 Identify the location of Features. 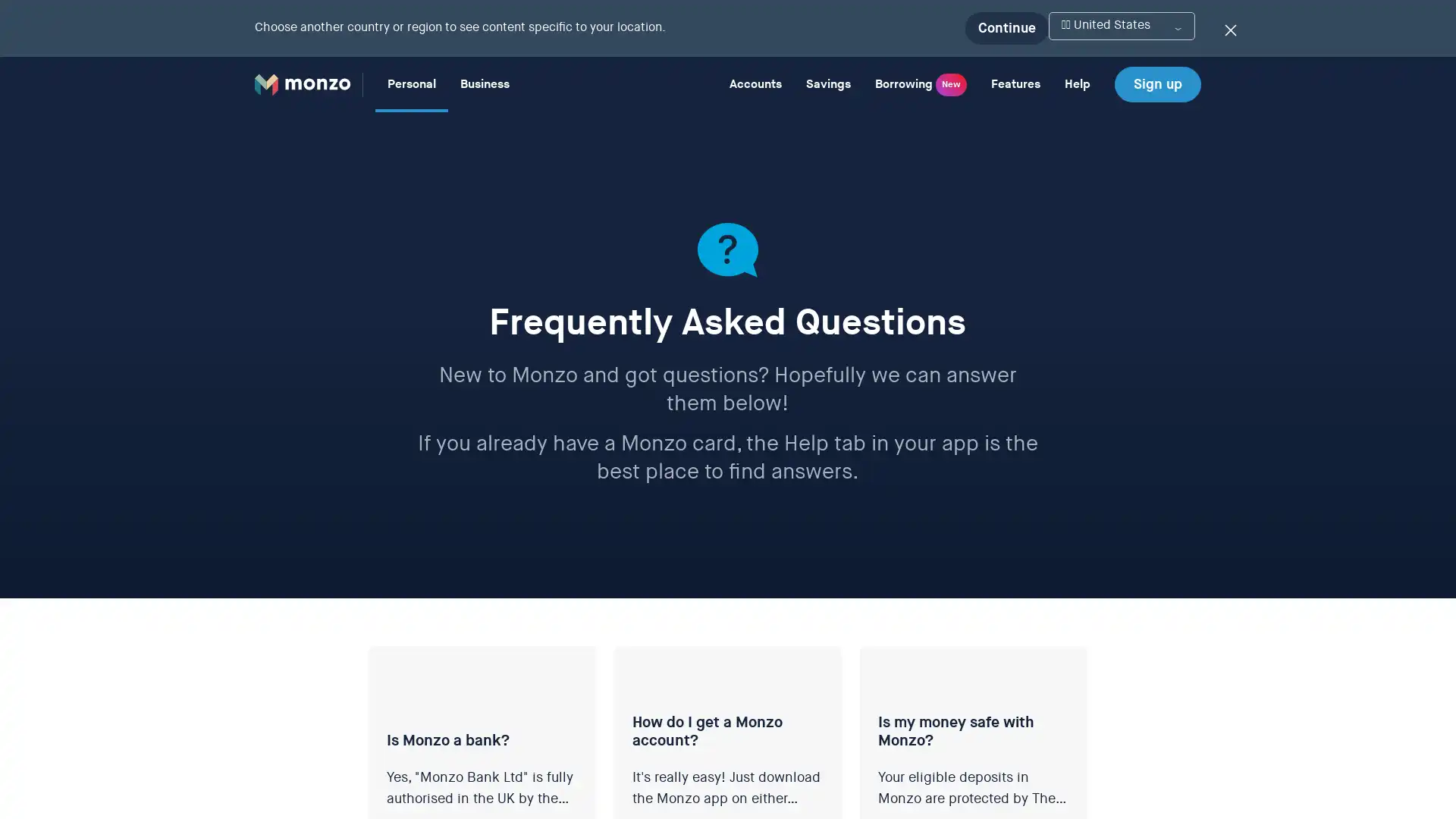
(1015, 84).